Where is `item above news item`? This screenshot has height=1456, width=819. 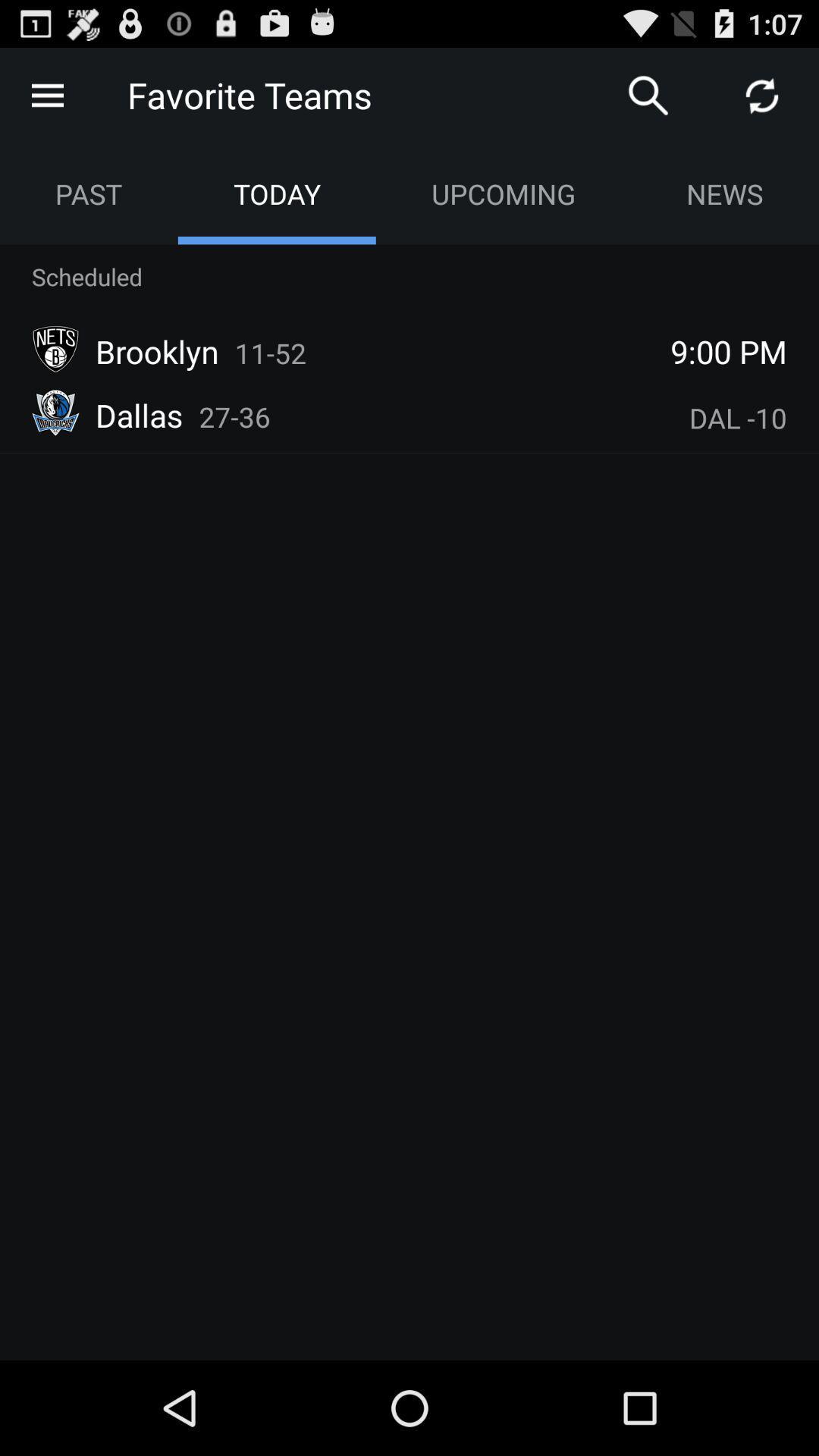 item above news item is located at coordinates (762, 94).